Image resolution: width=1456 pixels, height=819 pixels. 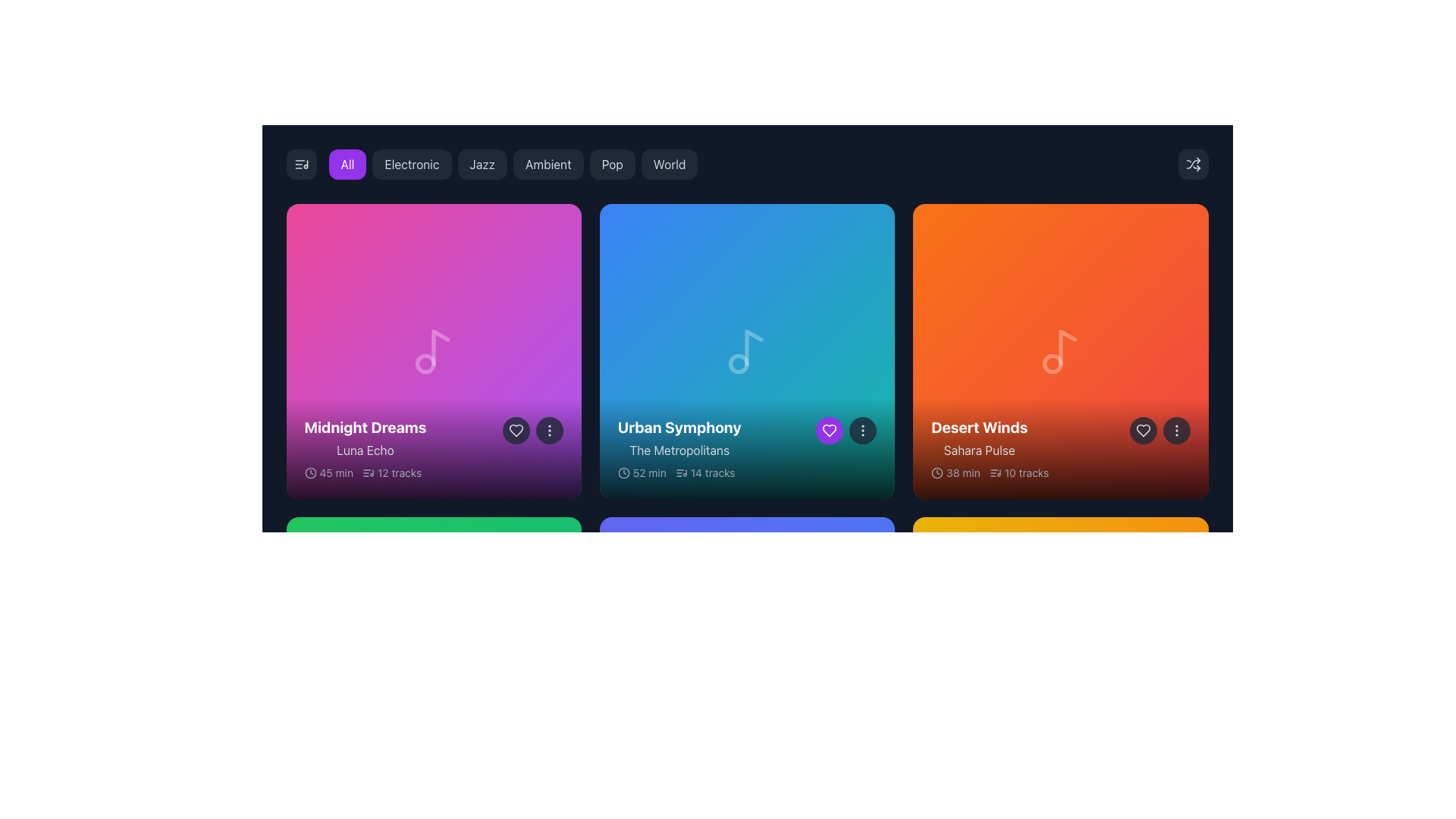 I want to click on the static text element displaying 'The Metropolitans', which is located in the middle of the second card from the left, positioned below 'Urban Symphony' and above the time and track count information, so click(x=679, y=450).